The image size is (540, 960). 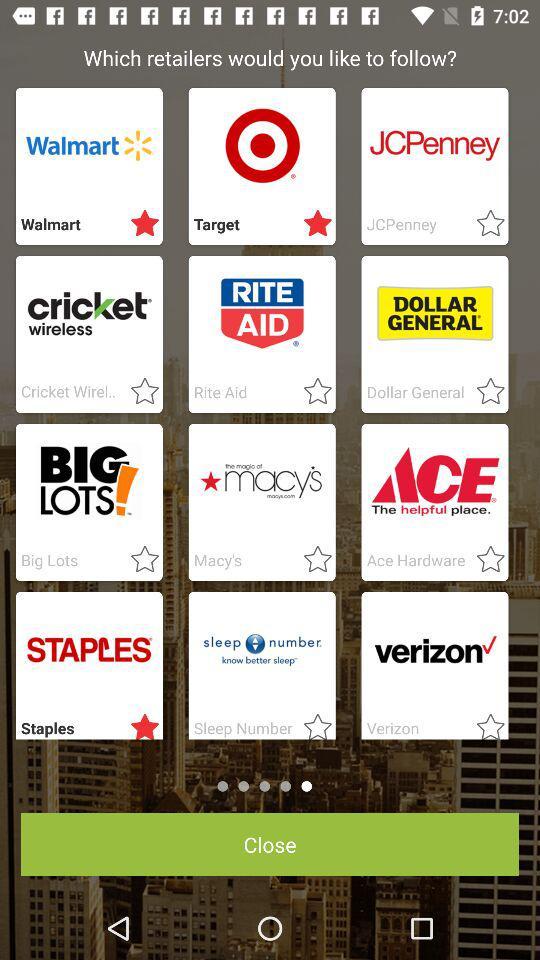 What do you see at coordinates (312, 560) in the screenshot?
I see `click favorite option` at bounding box center [312, 560].